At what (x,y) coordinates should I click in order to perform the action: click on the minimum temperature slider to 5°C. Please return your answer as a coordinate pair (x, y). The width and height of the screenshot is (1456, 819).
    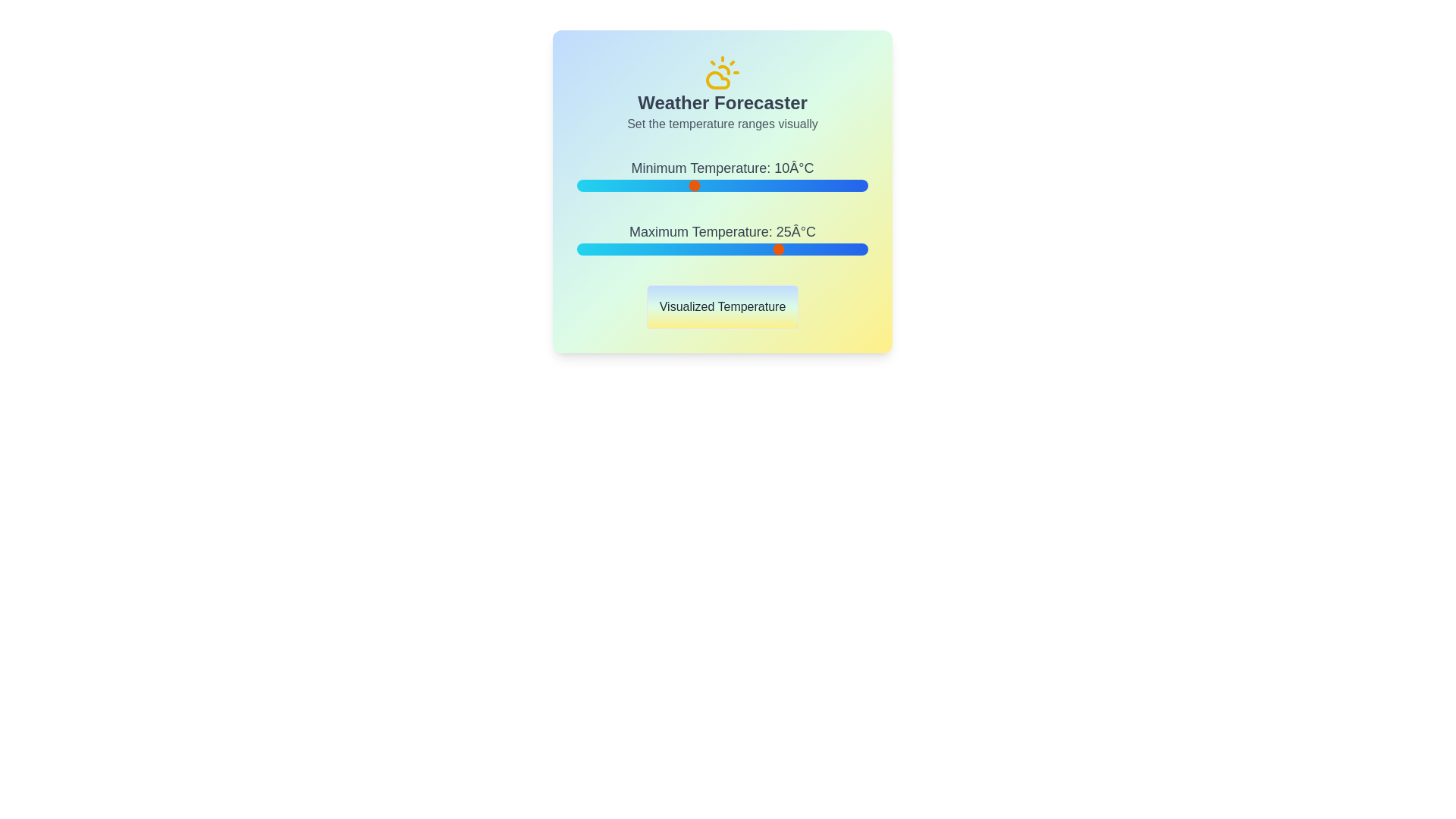
    Looking at the image, I should click on (664, 185).